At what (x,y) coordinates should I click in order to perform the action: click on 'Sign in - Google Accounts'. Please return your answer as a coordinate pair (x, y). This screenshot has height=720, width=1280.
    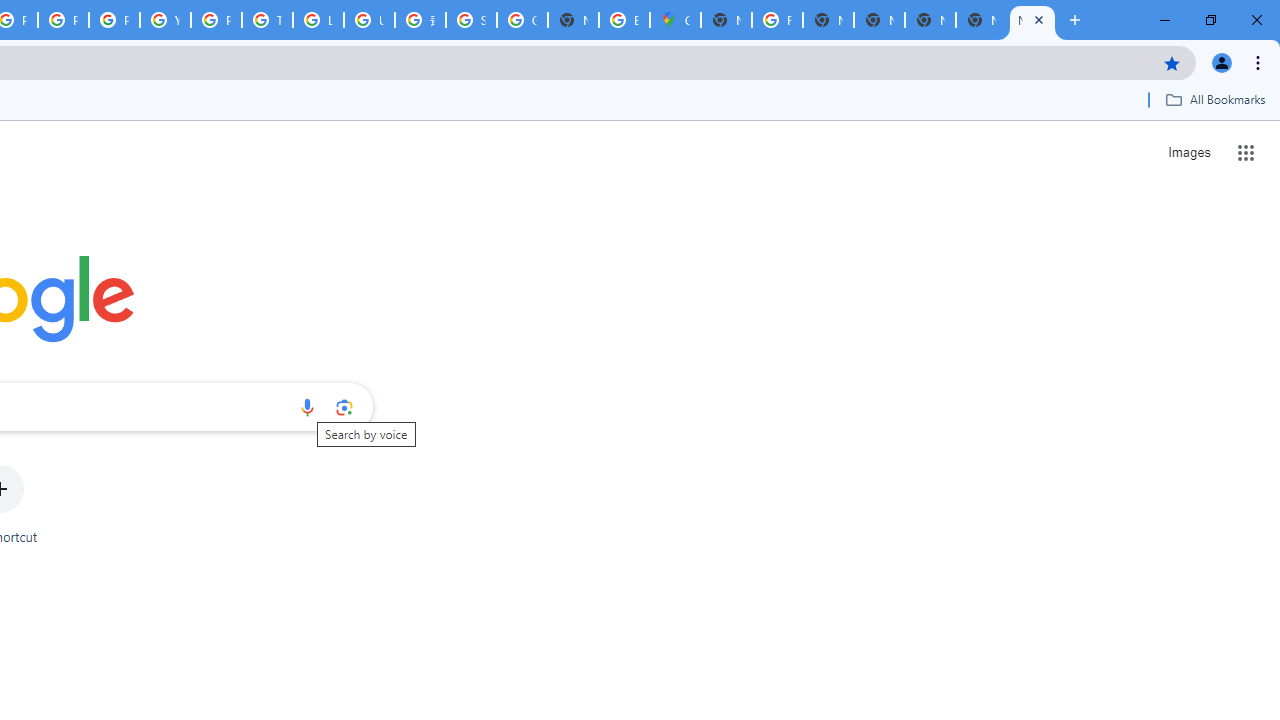
    Looking at the image, I should click on (470, 20).